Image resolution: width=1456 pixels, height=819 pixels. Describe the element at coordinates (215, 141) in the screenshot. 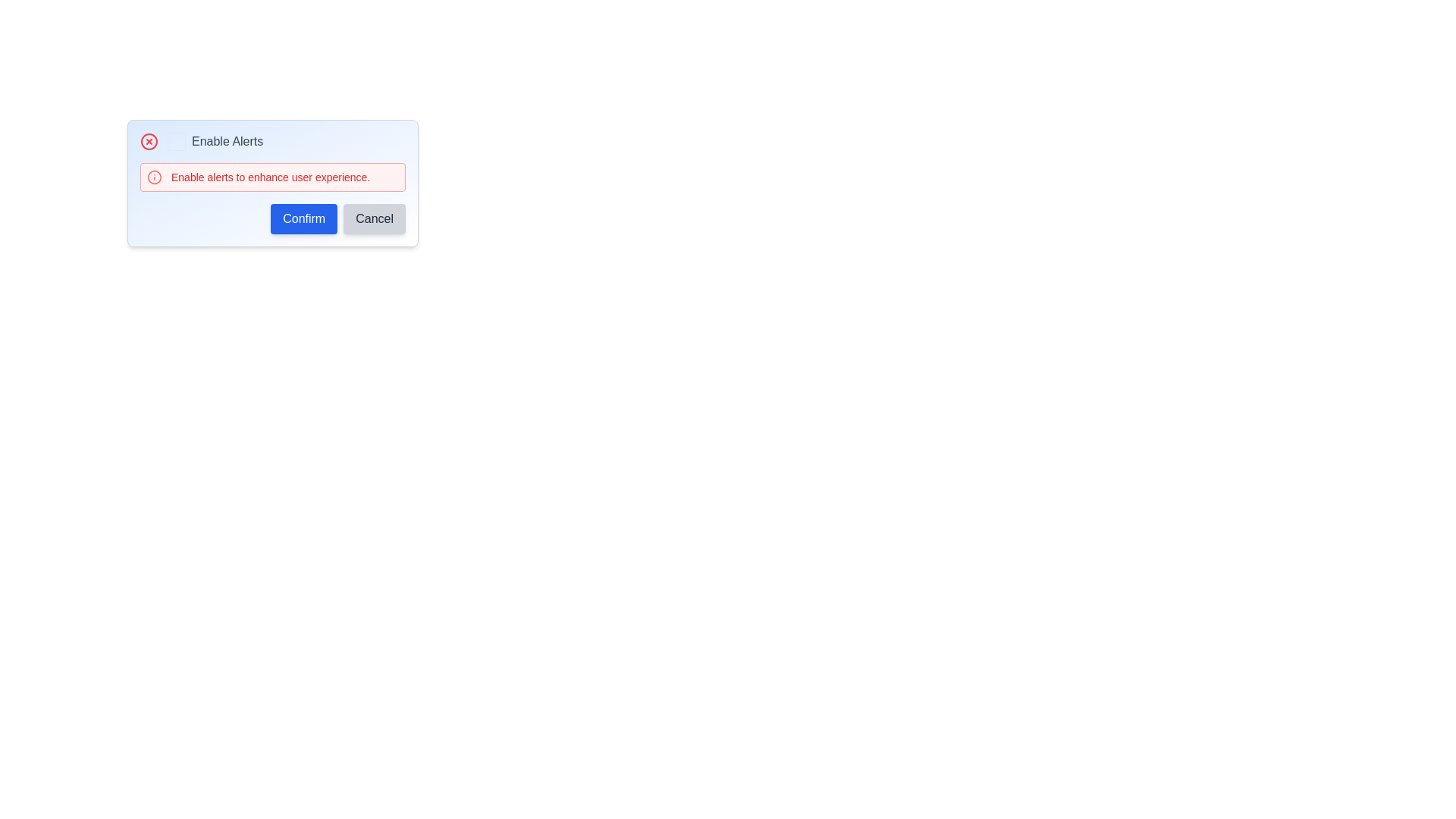

I see `the text label of the checkbox that allows users to enable or disable alerts` at that location.